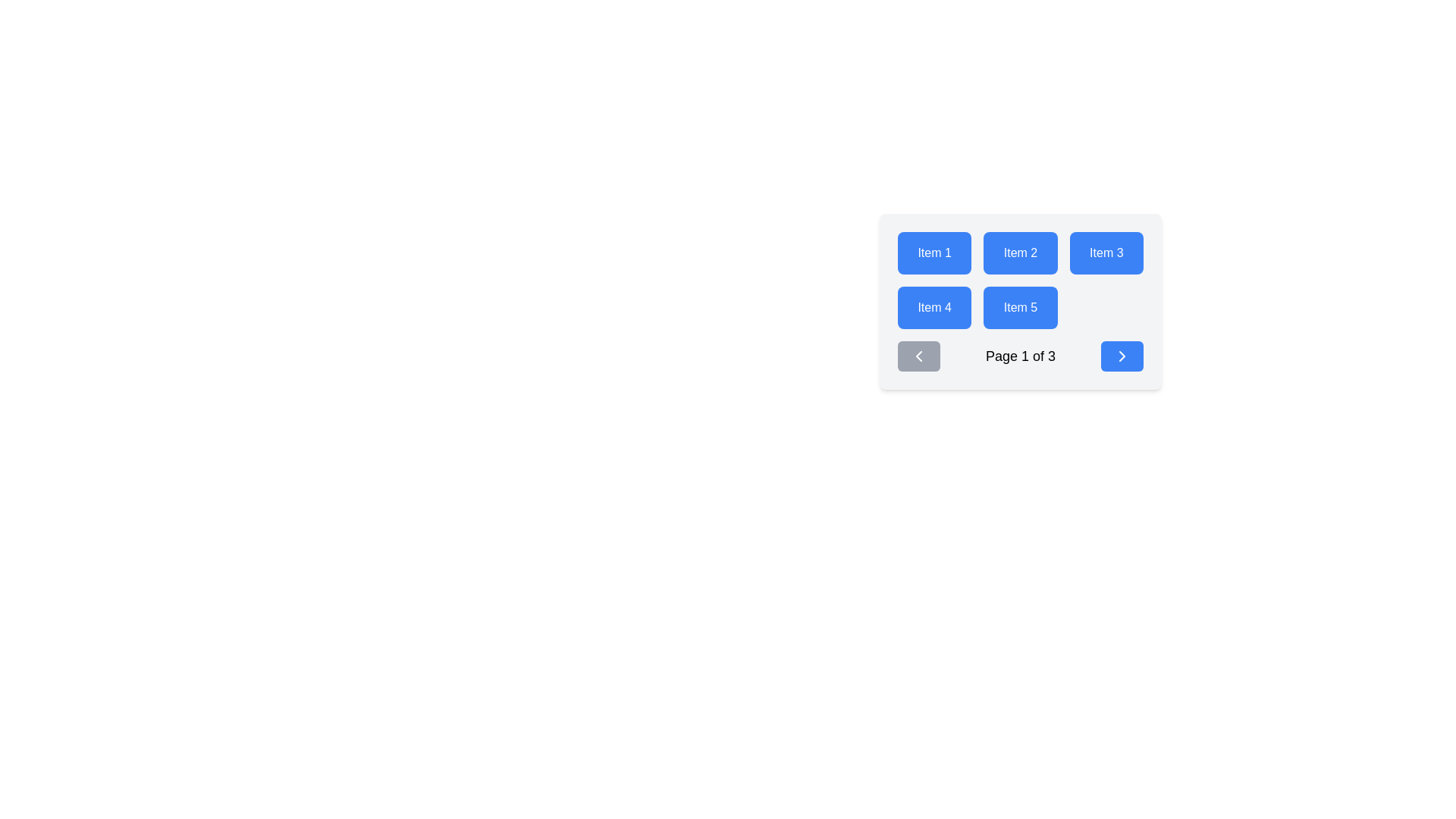 This screenshot has width=1456, height=819. I want to click on the button located at the third position in the first row of a grid layout, bordered by 'Item 2' on the left, so click(1106, 253).